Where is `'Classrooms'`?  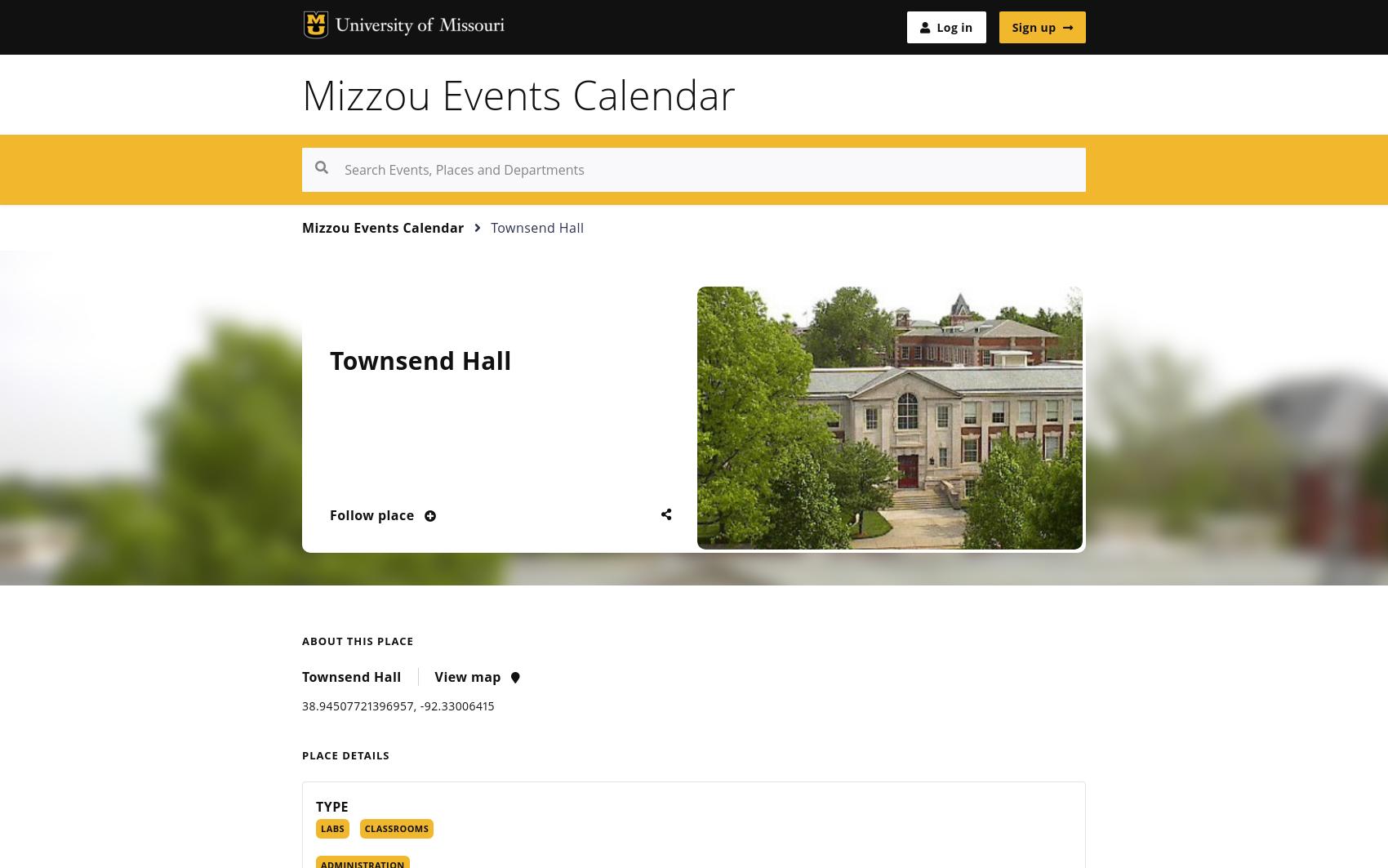 'Classrooms' is located at coordinates (396, 826).